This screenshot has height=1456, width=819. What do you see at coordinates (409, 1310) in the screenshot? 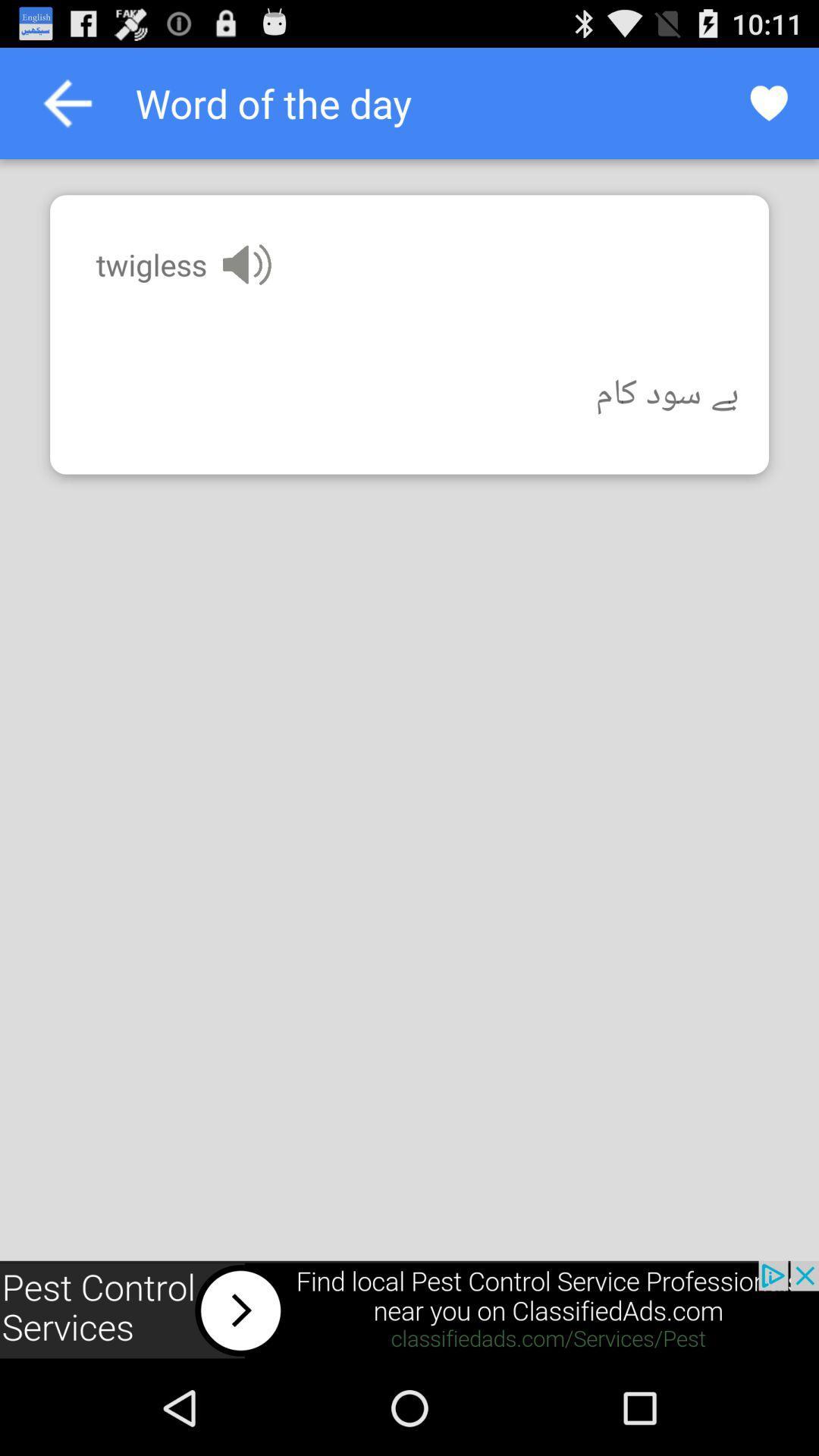
I see `new advertisement open box` at bounding box center [409, 1310].